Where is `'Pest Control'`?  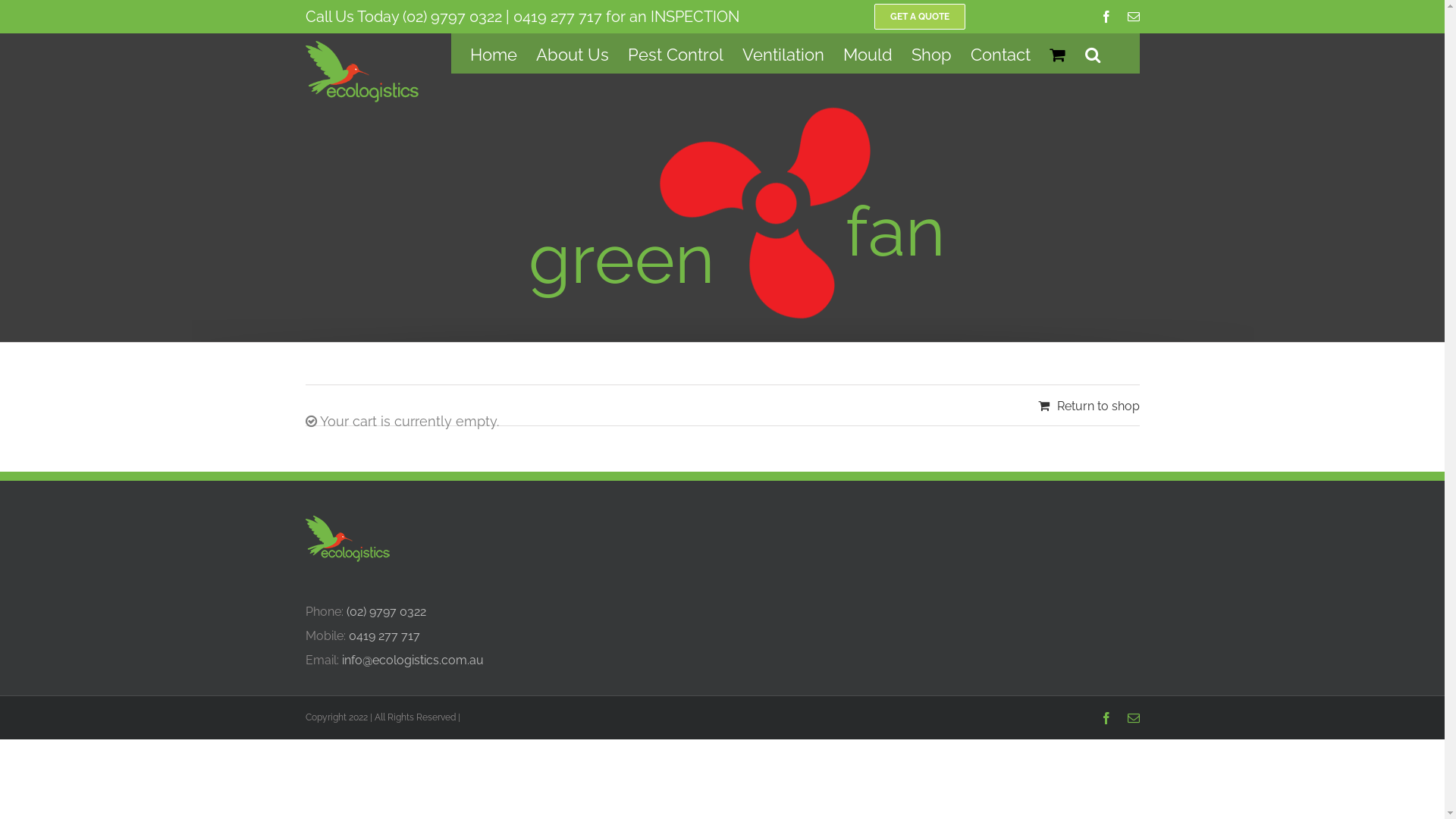 'Pest Control' is located at coordinates (675, 52).